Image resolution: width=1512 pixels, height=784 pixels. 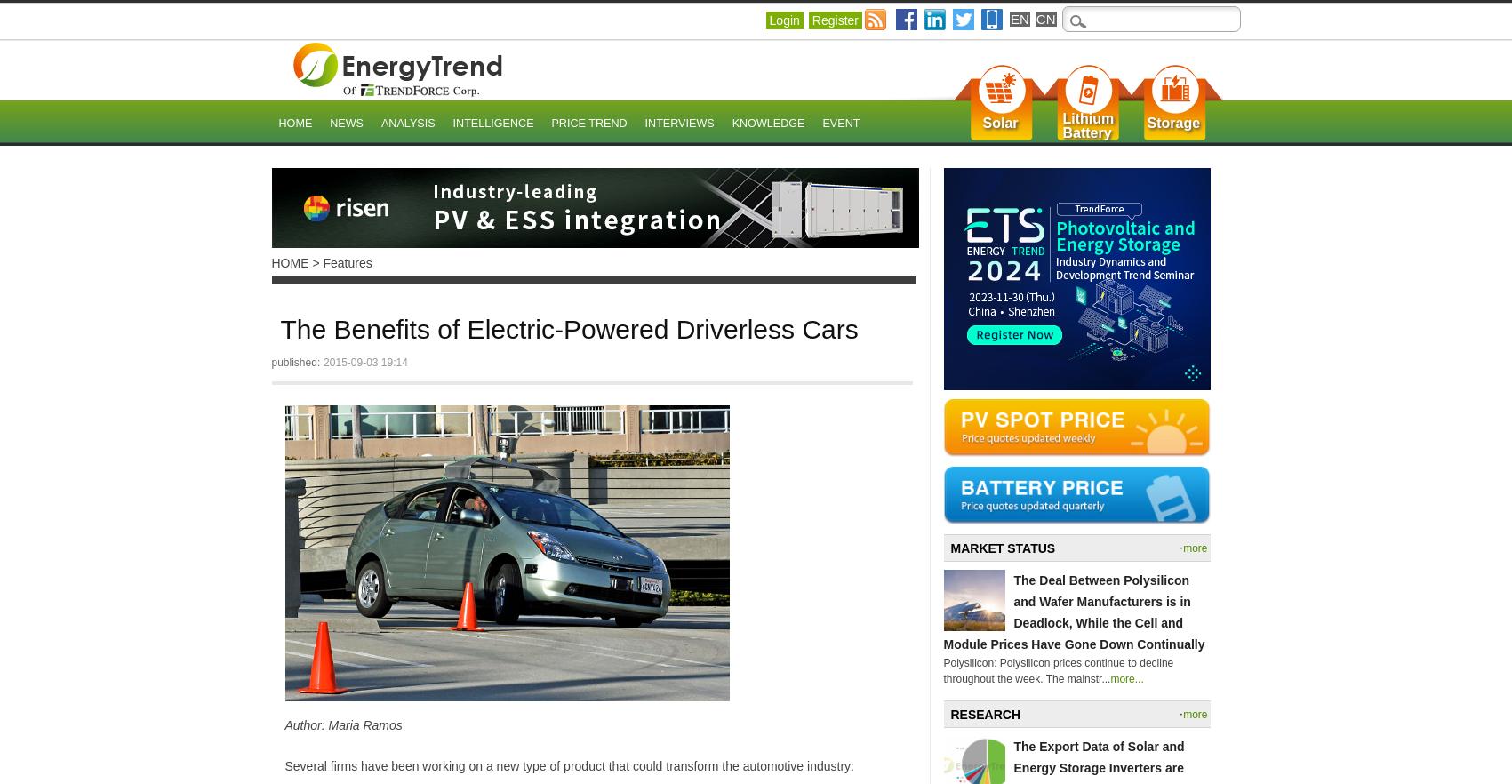 What do you see at coordinates (678, 124) in the screenshot?
I see `'Interviews'` at bounding box center [678, 124].